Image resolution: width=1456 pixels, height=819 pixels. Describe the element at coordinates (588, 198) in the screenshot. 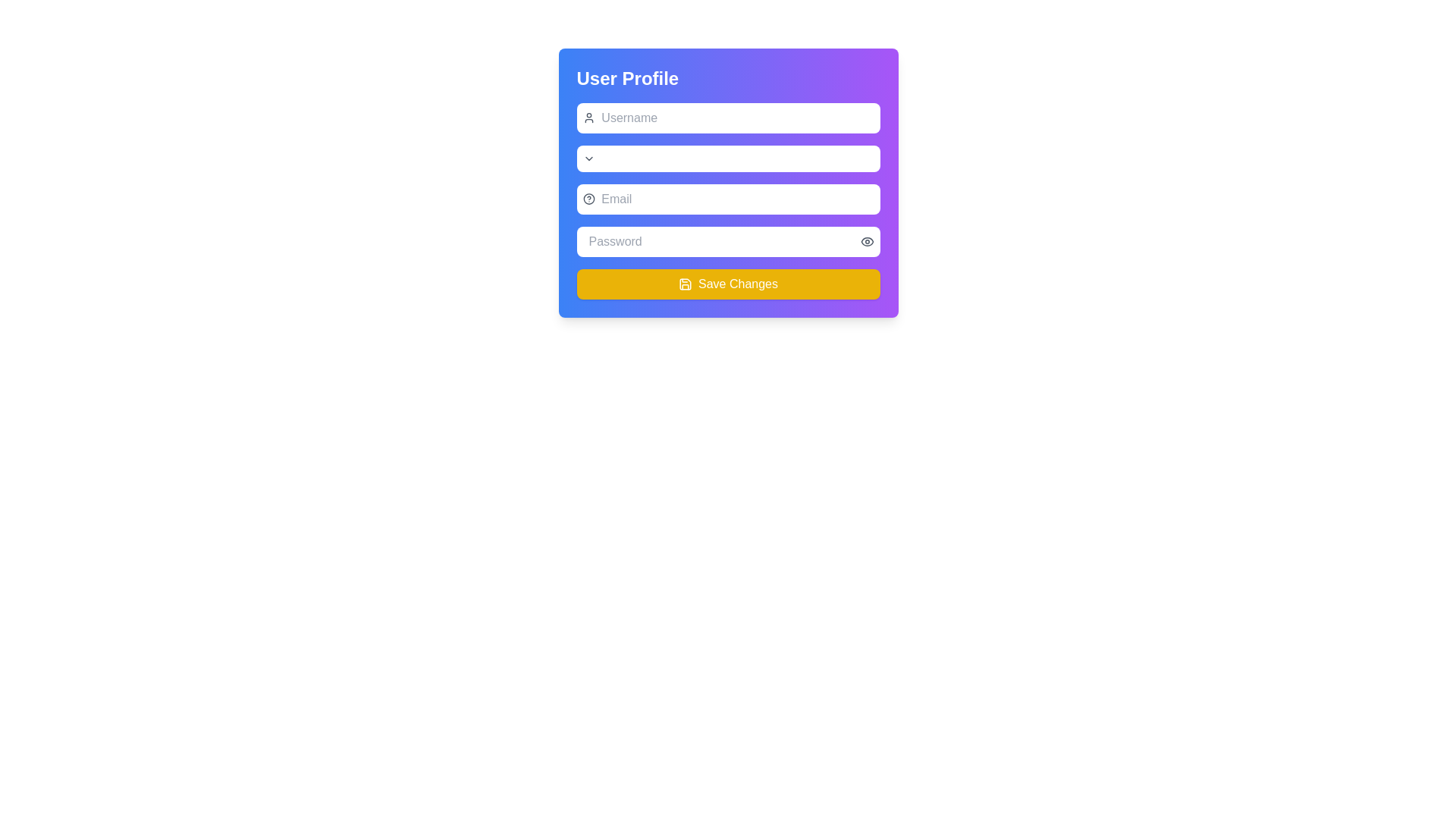

I see `the circular element of the help icon, which is part of a vector graphic component positioned near the email input field` at that location.